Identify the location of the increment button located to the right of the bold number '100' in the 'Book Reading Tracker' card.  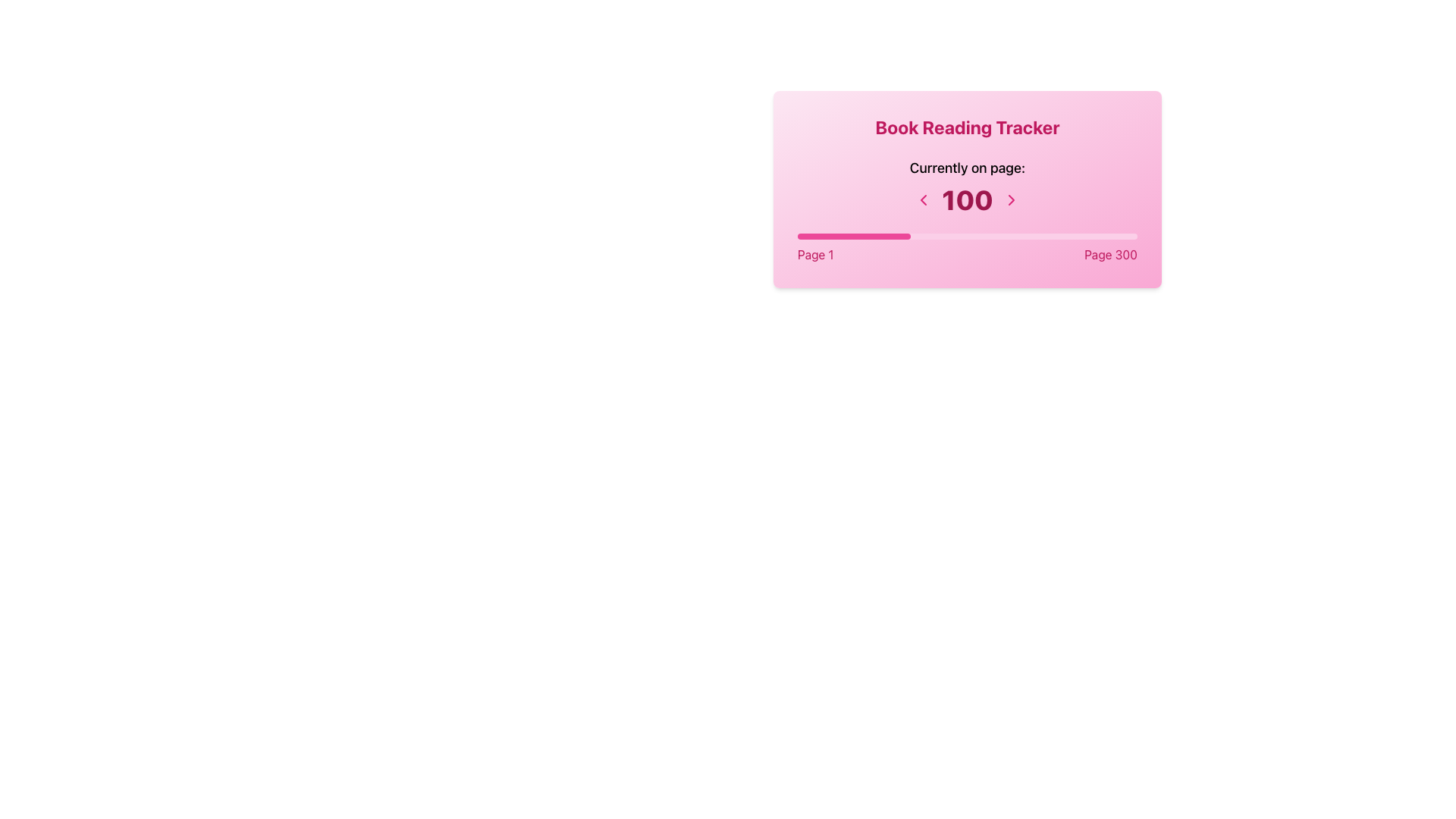
(1011, 199).